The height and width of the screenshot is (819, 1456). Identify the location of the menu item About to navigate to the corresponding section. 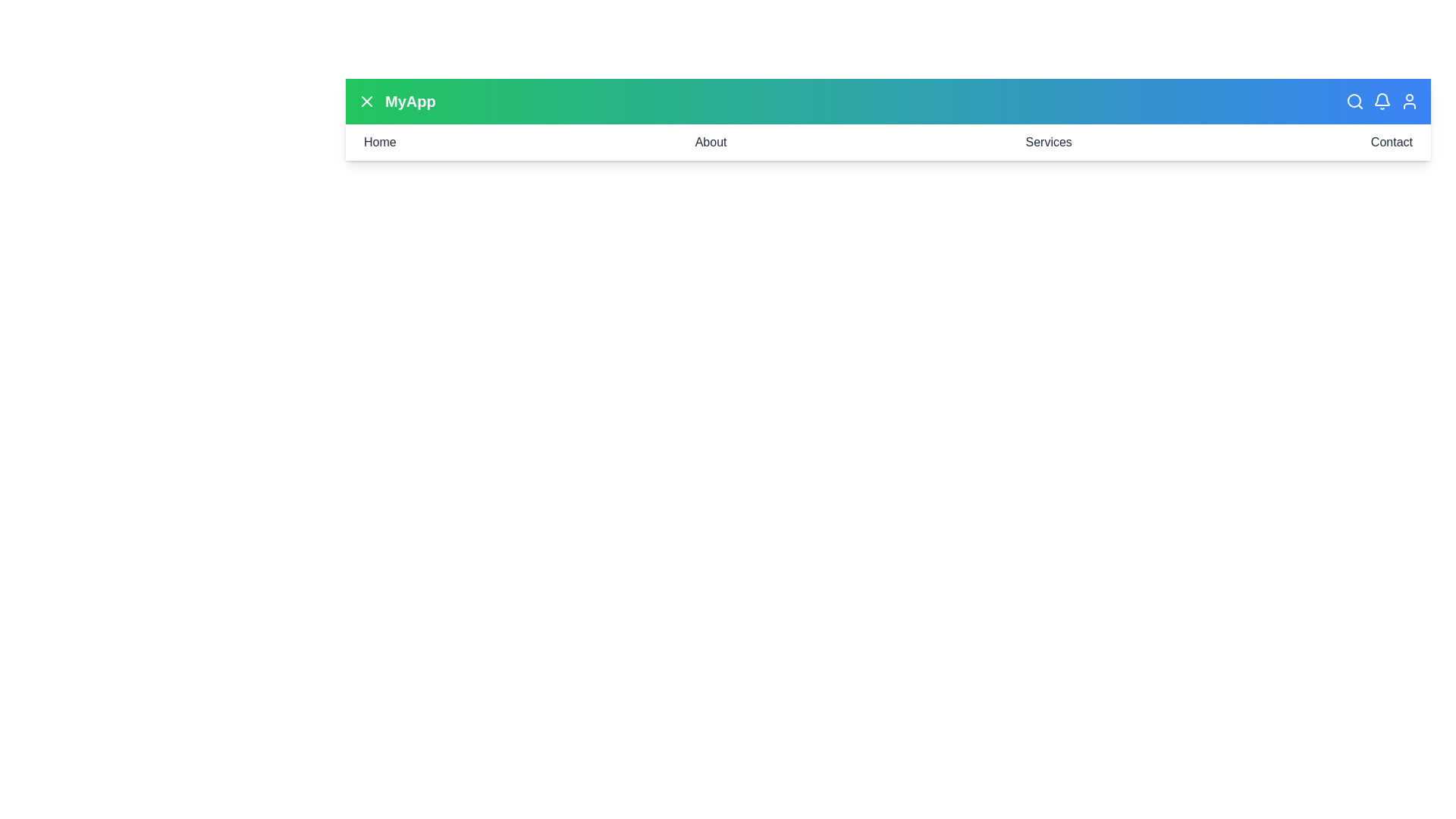
(709, 143).